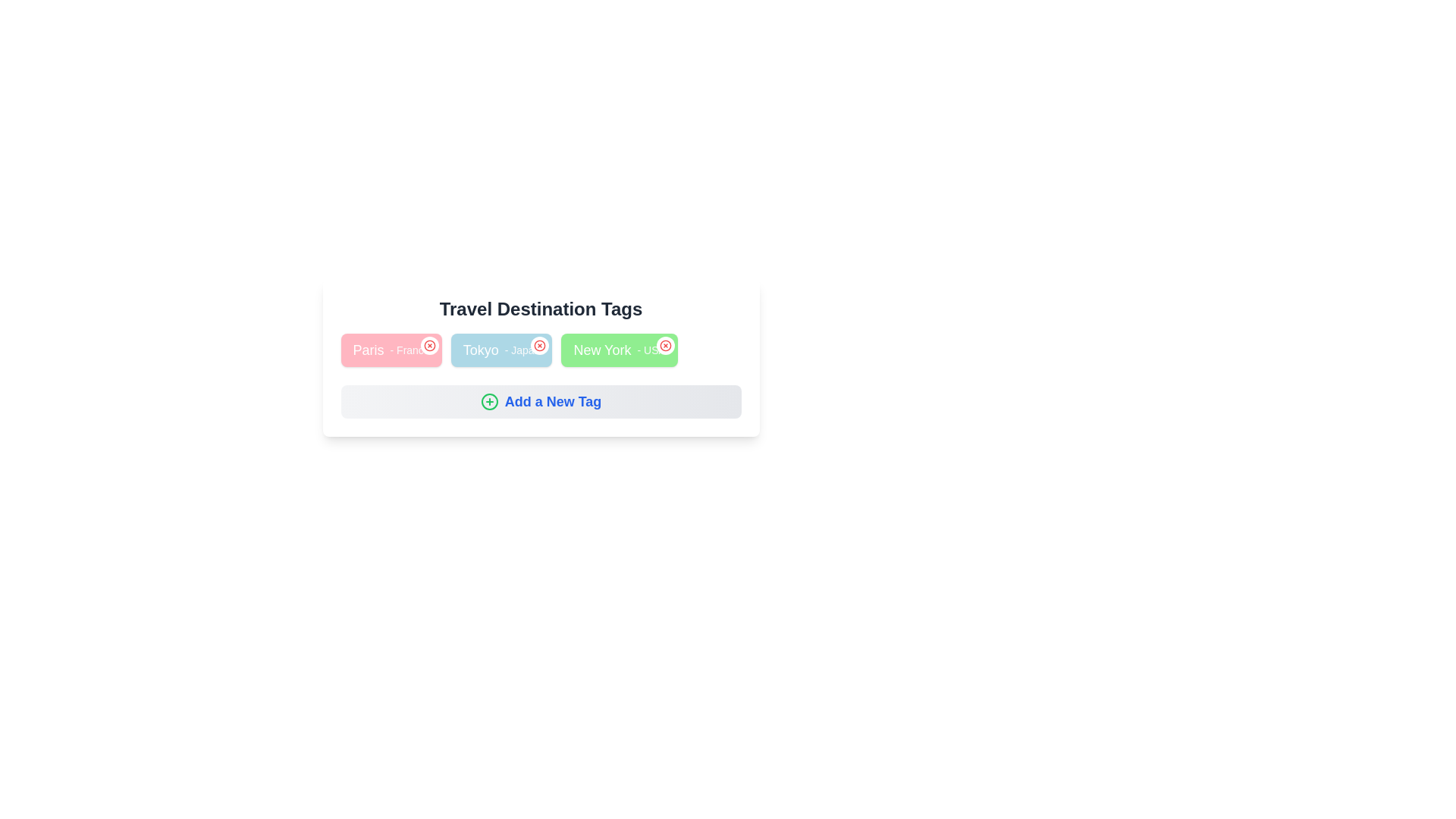 This screenshot has width=1456, height=819. What do you see at coordinates (428, 345) in the screenshot?
I see `the close button of the tag labeled Paris- France` at bounding box center [428, 345].